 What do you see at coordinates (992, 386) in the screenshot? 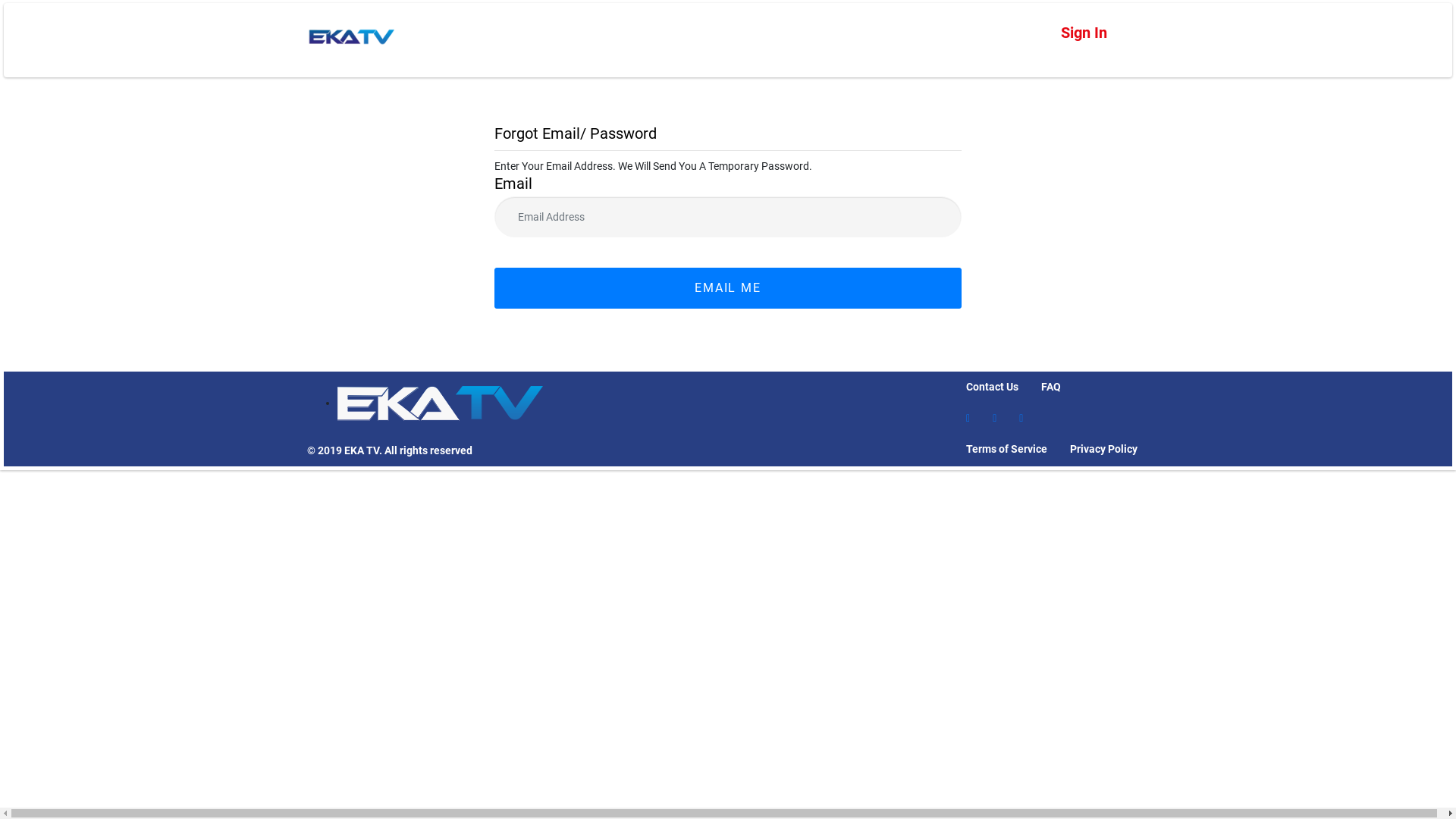
I see `'Contact Us'` at bounding box center [992, 386].